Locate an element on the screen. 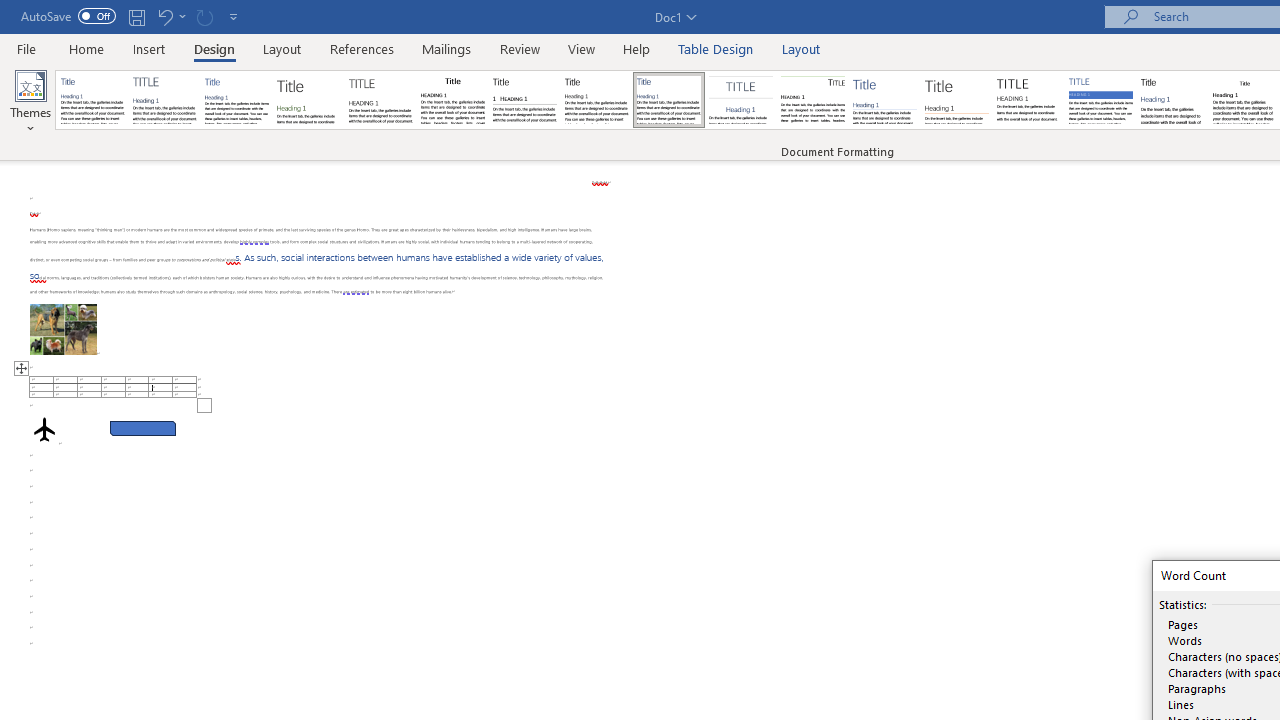 The height and width of the screenshot is (720, 1280). 'Rectangle: Diagonal Corners Snipped 2' is located at coordinates (142, 427).